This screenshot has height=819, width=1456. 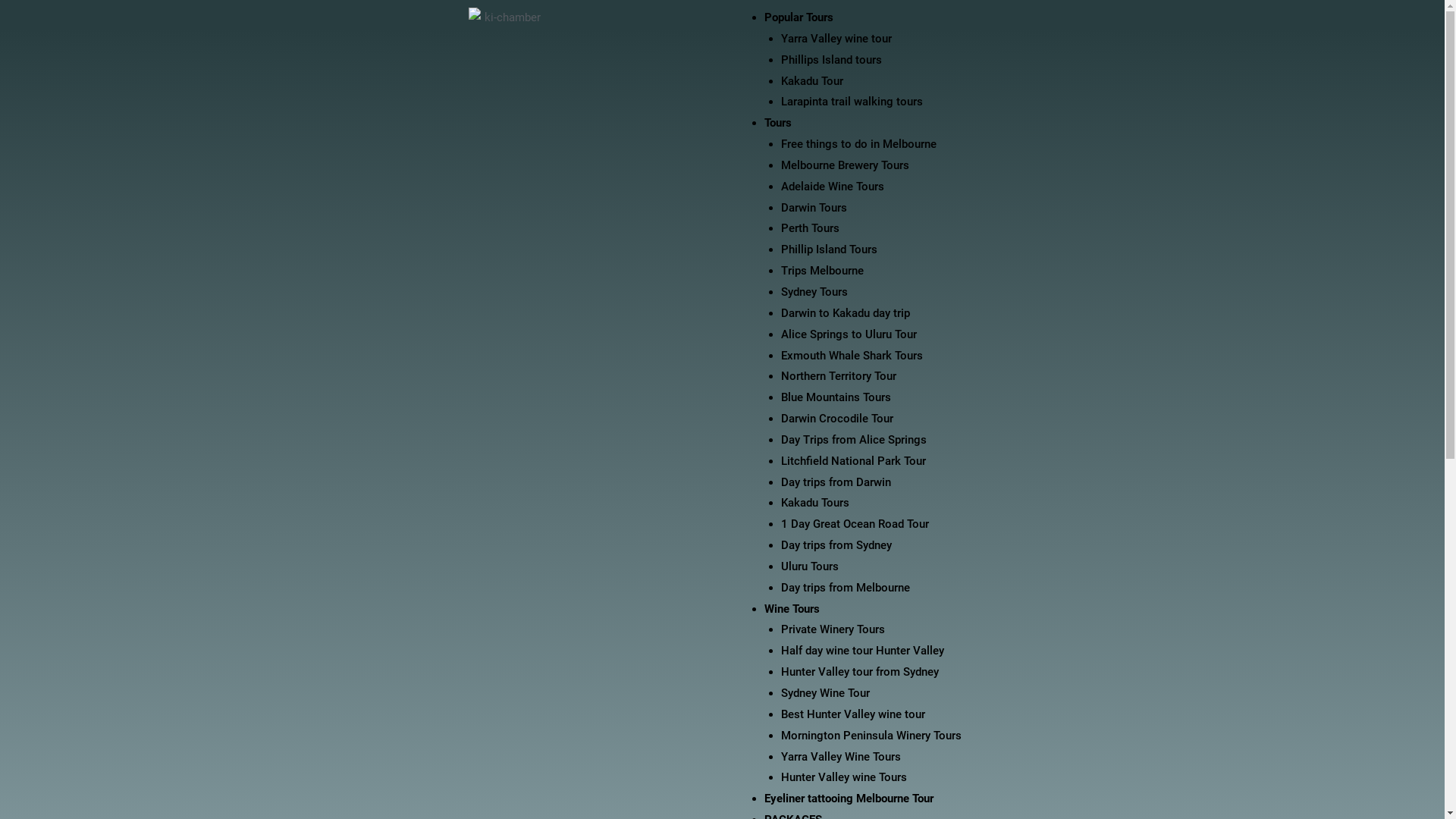 What do you see at coordinates (824, 693) in the screenshot?
I see `'Sydney Wine Tour'` at bounding box center [824, 693].